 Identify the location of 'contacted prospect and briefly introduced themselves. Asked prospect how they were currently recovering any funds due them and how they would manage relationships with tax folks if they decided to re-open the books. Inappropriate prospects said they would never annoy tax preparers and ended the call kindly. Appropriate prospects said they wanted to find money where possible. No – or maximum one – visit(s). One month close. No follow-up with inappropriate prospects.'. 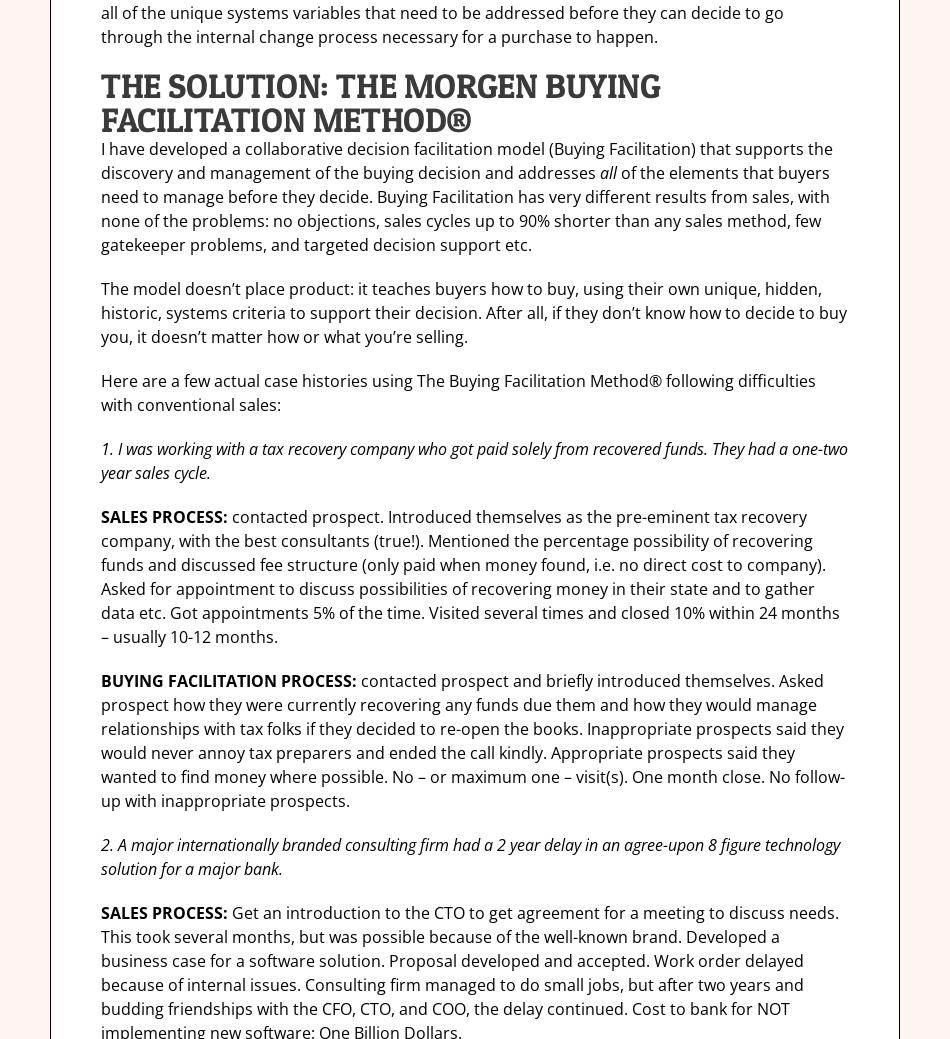
(100, 740).